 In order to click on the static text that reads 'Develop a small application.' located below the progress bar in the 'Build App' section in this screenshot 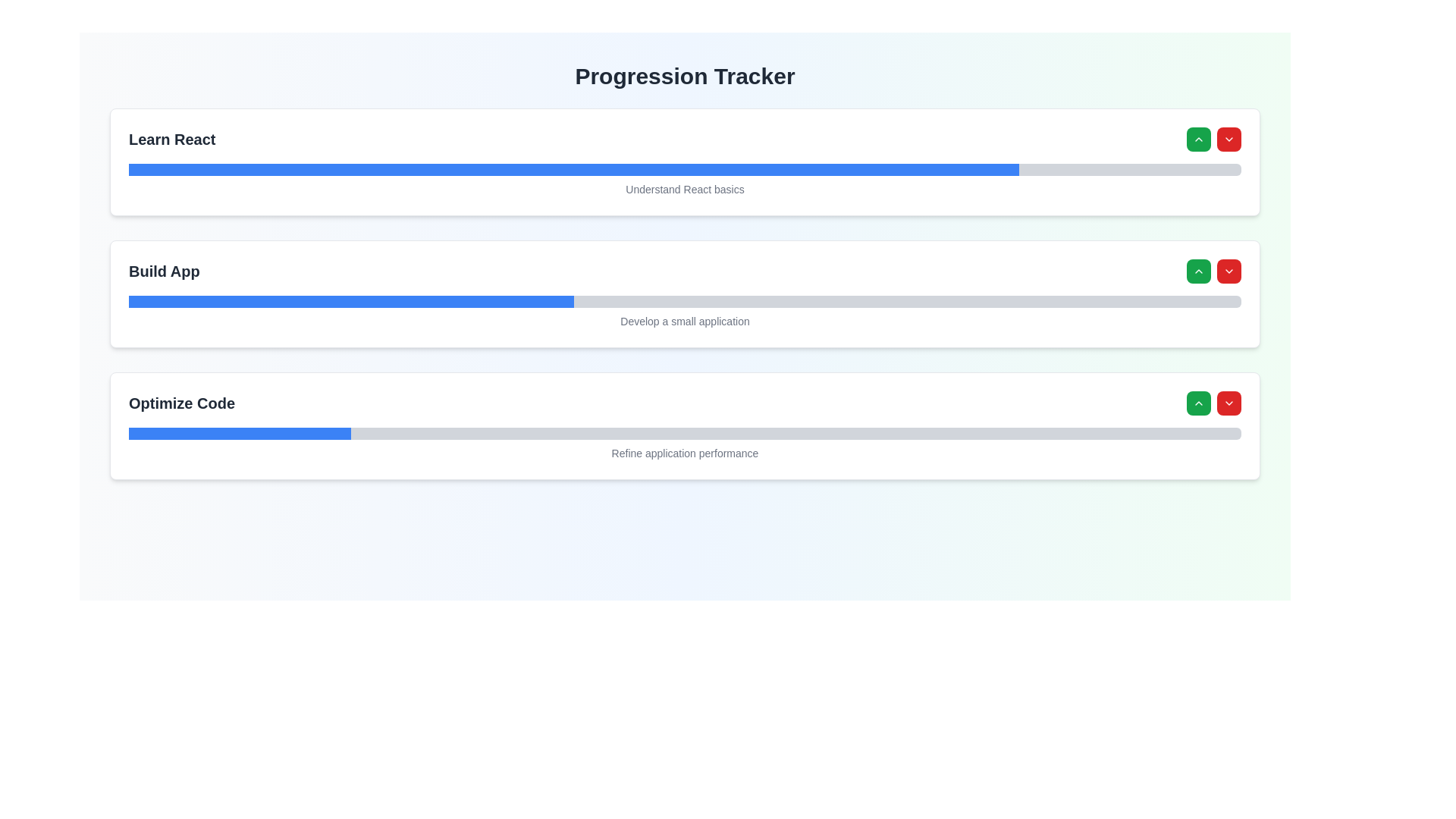, I will do `click(684, 318)`.